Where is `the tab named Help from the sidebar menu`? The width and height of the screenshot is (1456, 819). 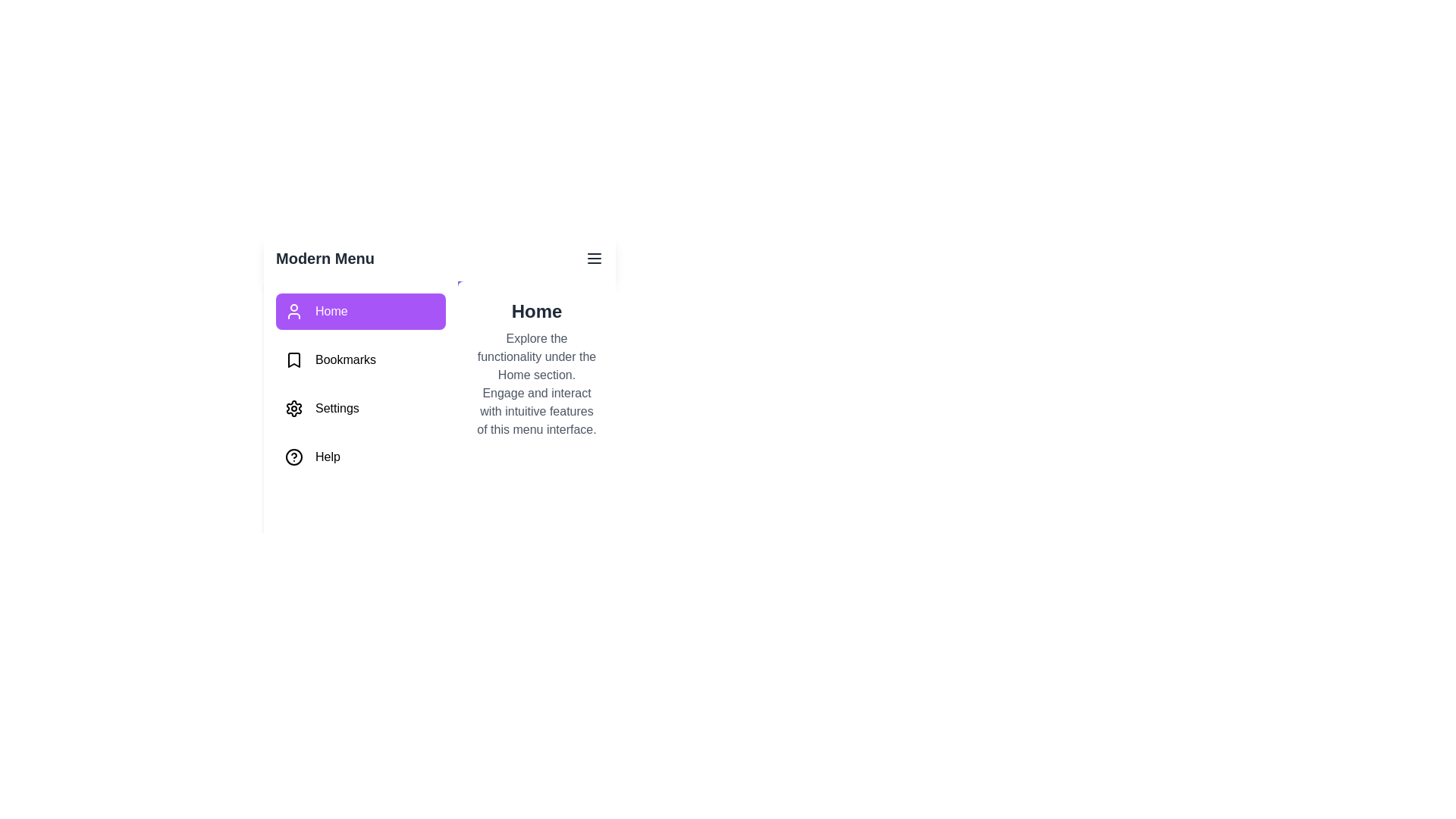 the tab named Help from the sidebar menu is located at coordinates (359, 456).